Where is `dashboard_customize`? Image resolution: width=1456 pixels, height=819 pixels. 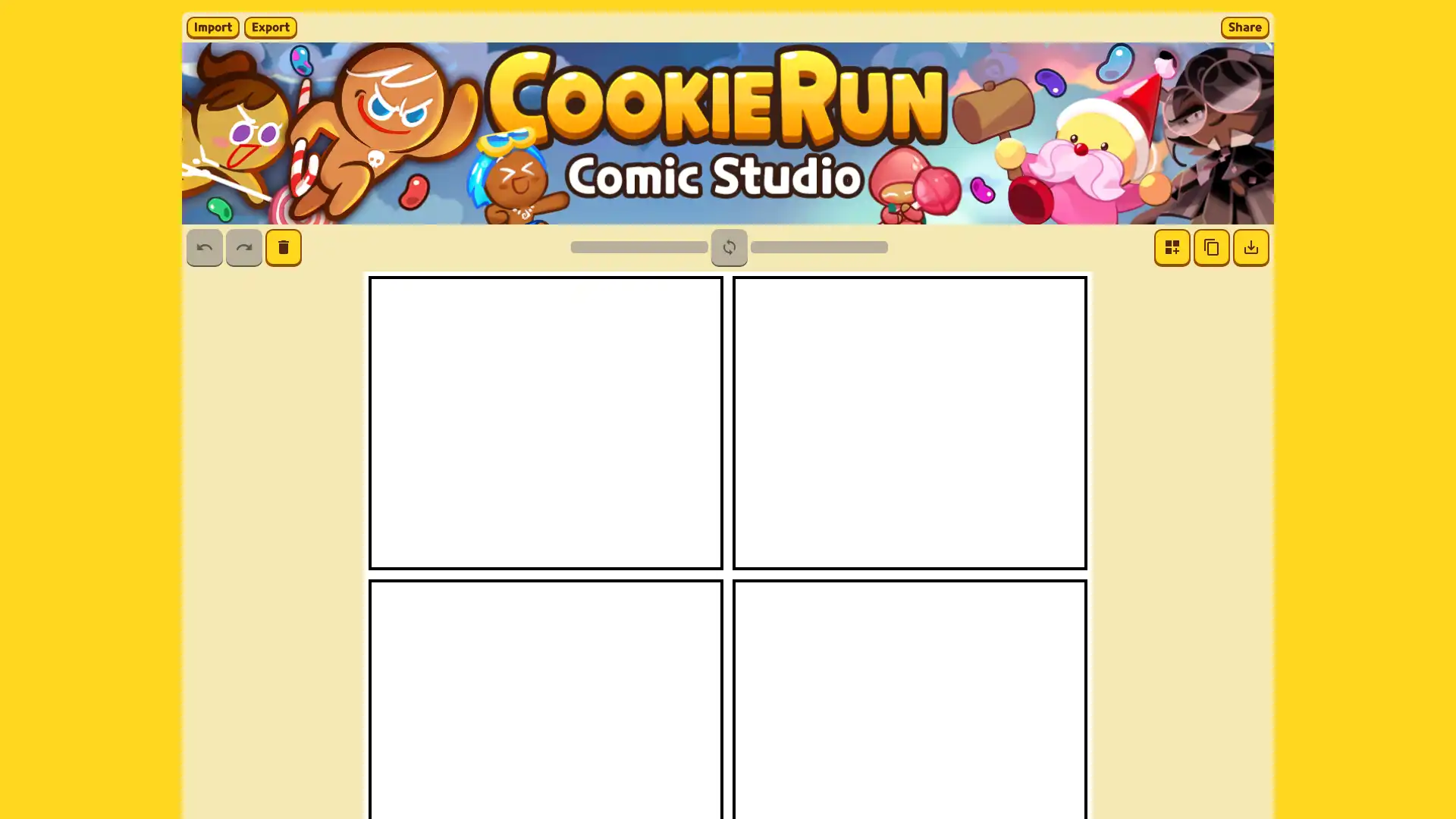 dashboard_customize is located at coordinates (1171, 246).